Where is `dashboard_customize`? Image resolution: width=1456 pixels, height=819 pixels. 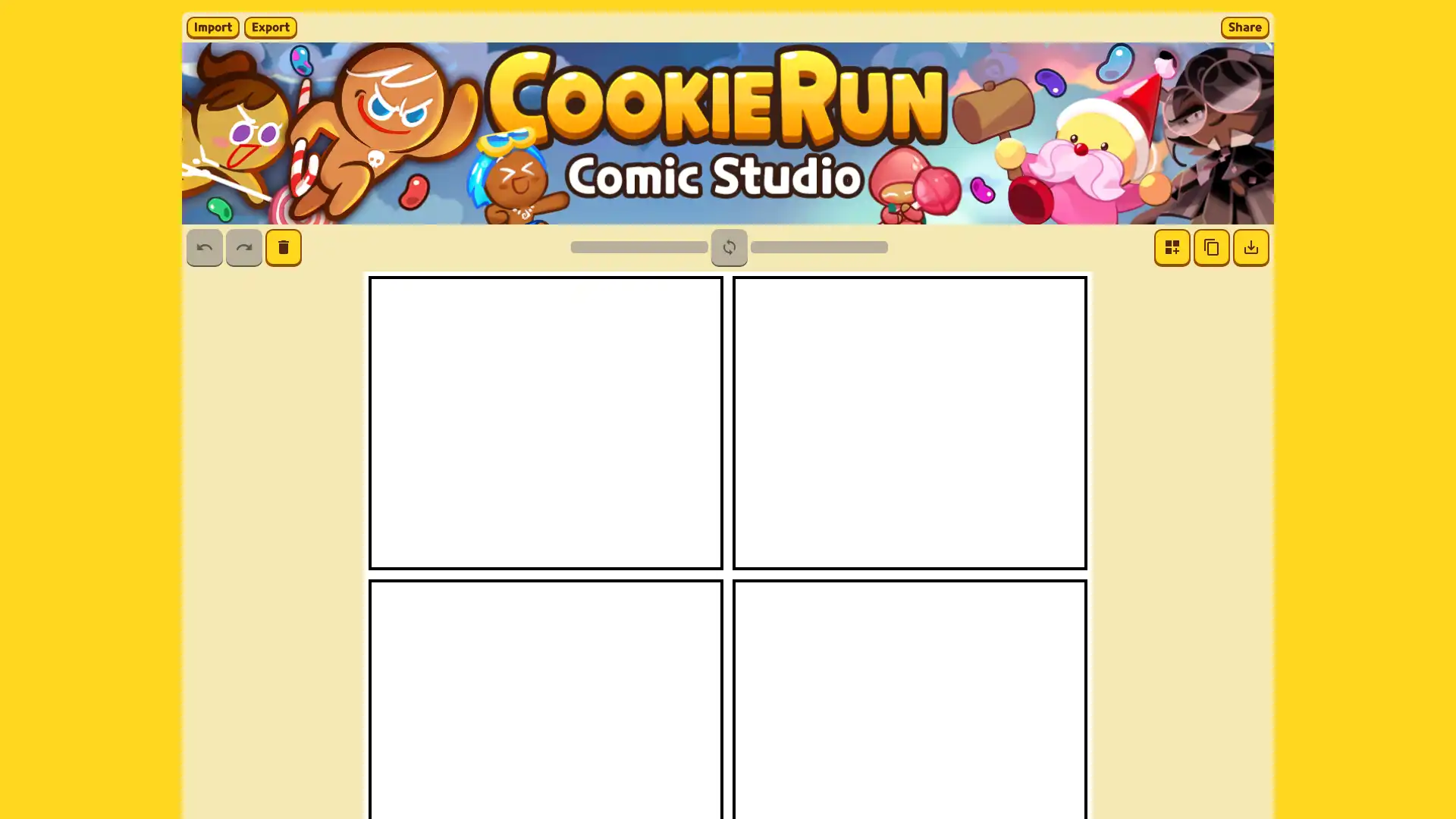 dashboard_customize is located at coordinates (1171, 246).